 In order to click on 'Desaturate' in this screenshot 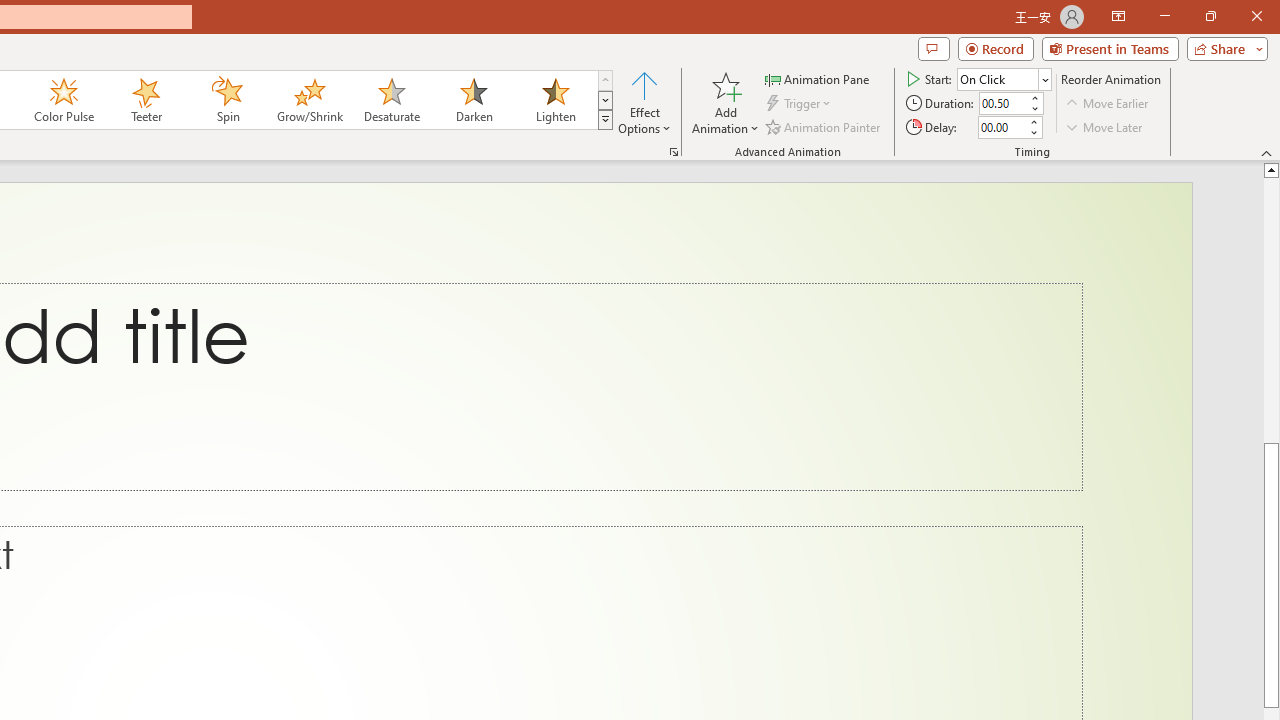, I will do `click(391, 100)`.